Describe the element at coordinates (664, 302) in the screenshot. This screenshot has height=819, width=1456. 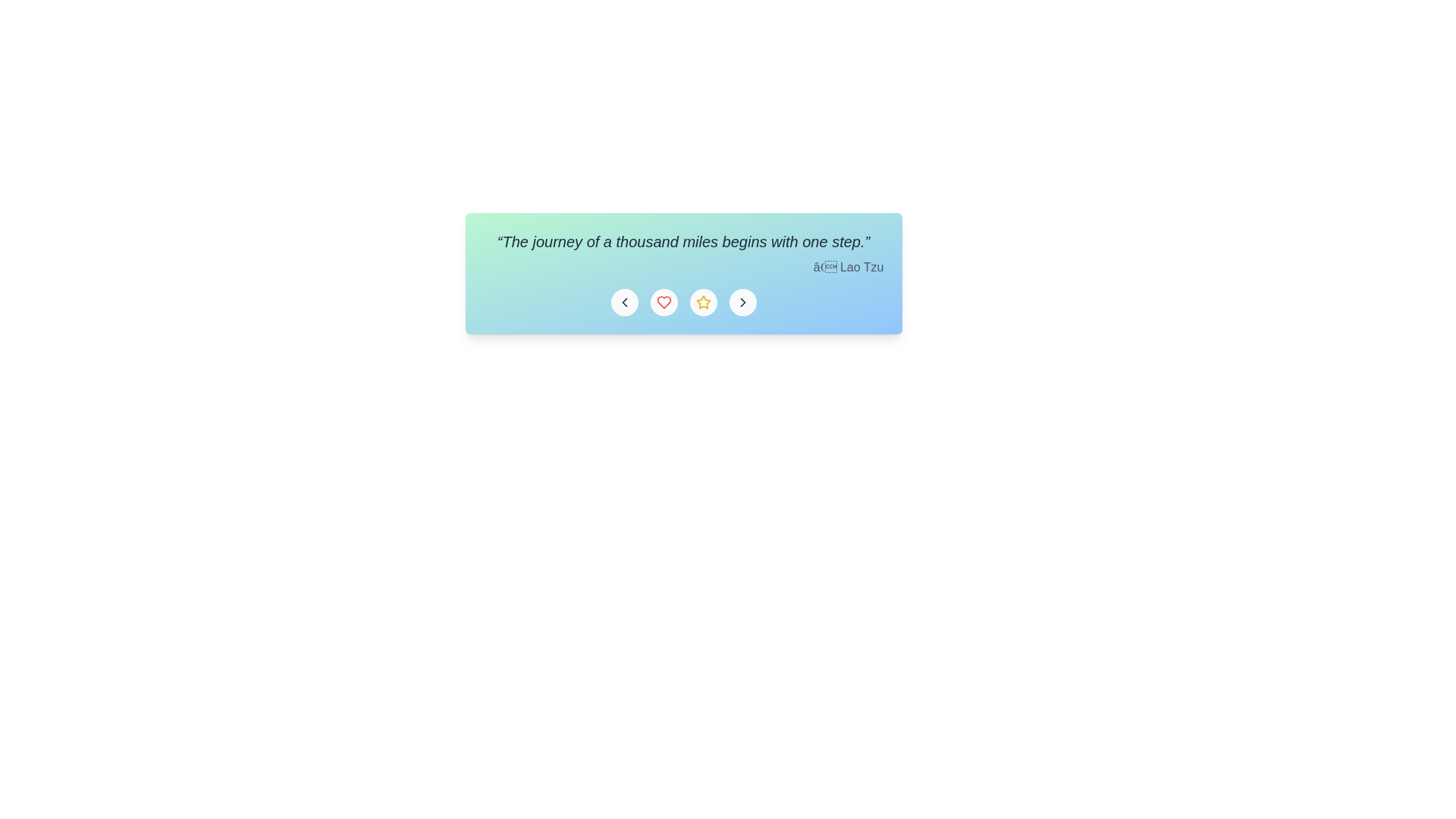
I see `the heart-shaped icon within its circular button` at that location.